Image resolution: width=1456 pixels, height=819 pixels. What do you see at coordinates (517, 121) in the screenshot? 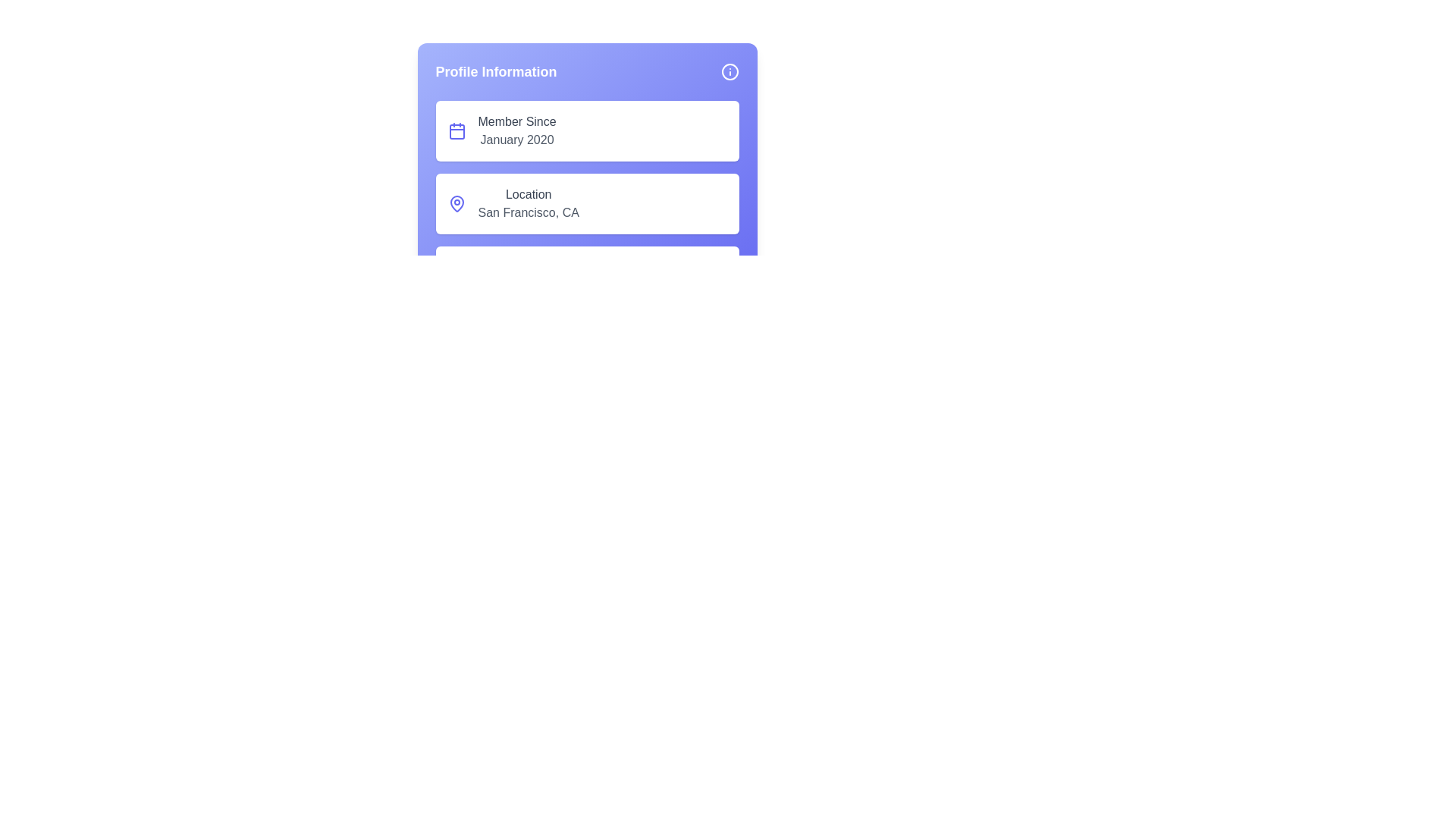
I see `the 'Member Since' static text label located in the 'Profile Information' section, positioned above the text 'January 2020'` at bounding box center [517, 121].